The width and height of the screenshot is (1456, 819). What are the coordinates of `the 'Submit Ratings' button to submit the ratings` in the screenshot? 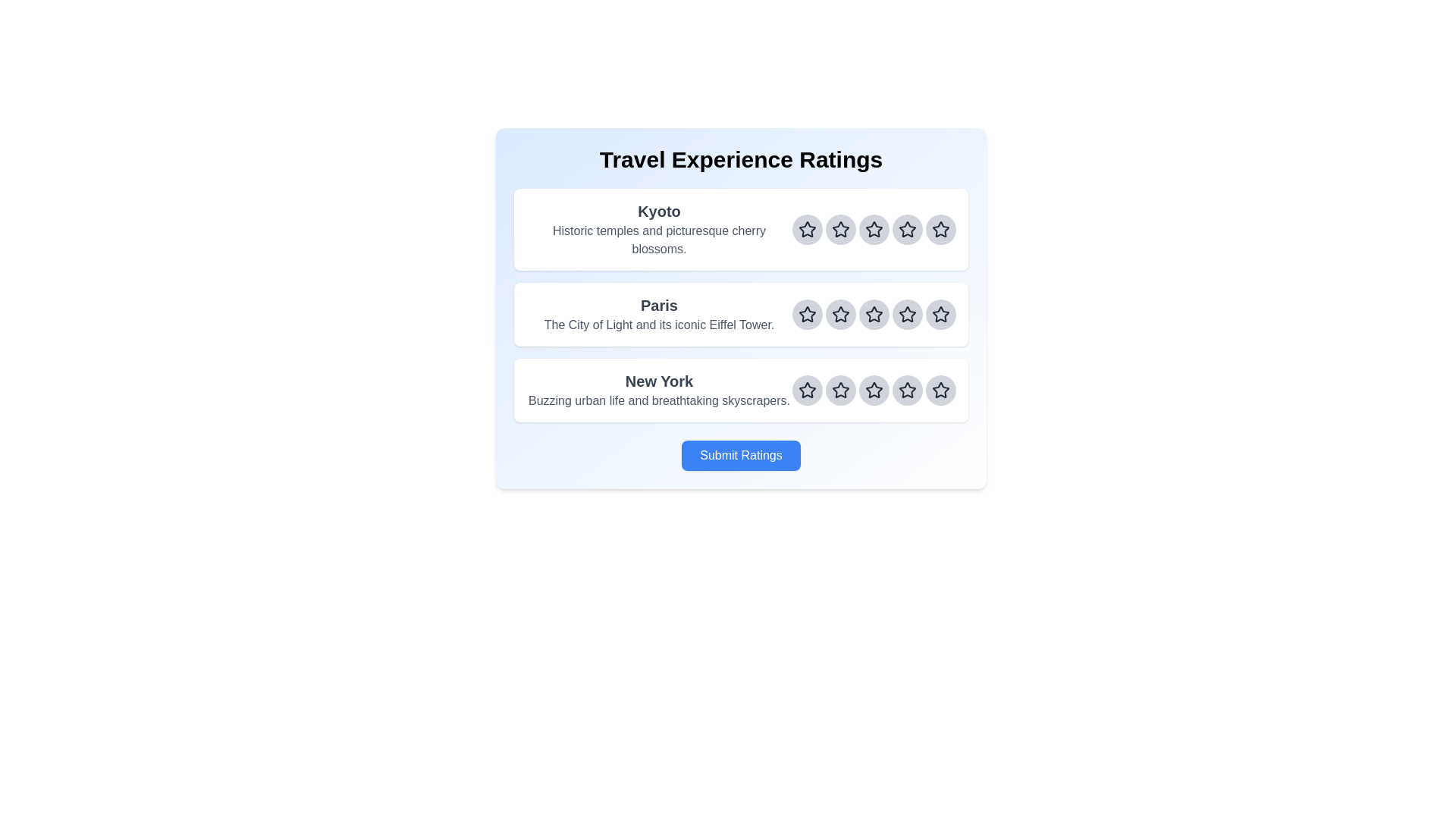 It's located at (741, 455).